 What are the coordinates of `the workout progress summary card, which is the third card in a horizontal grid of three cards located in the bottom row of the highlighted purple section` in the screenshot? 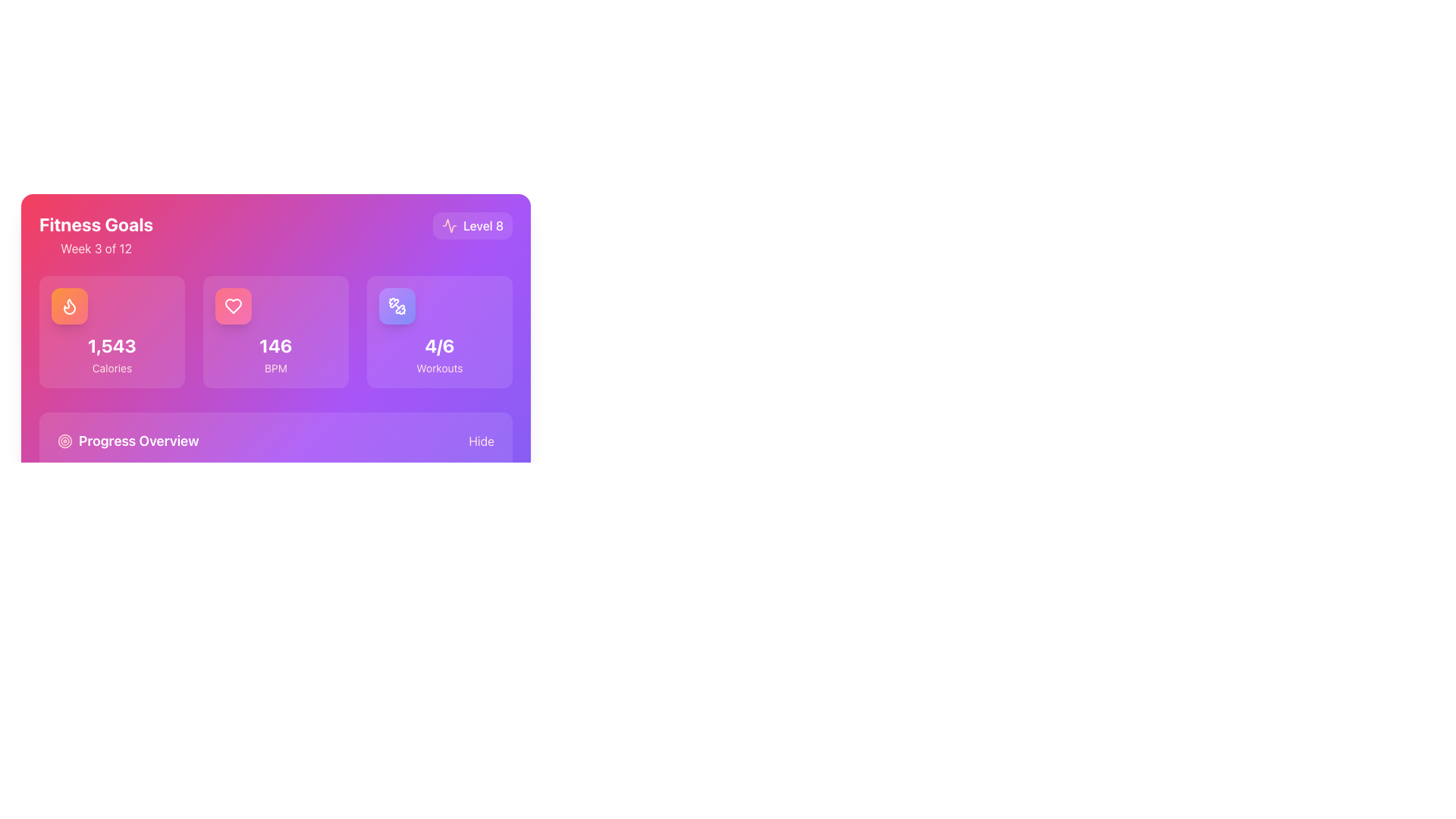 It's located at (439, 331).